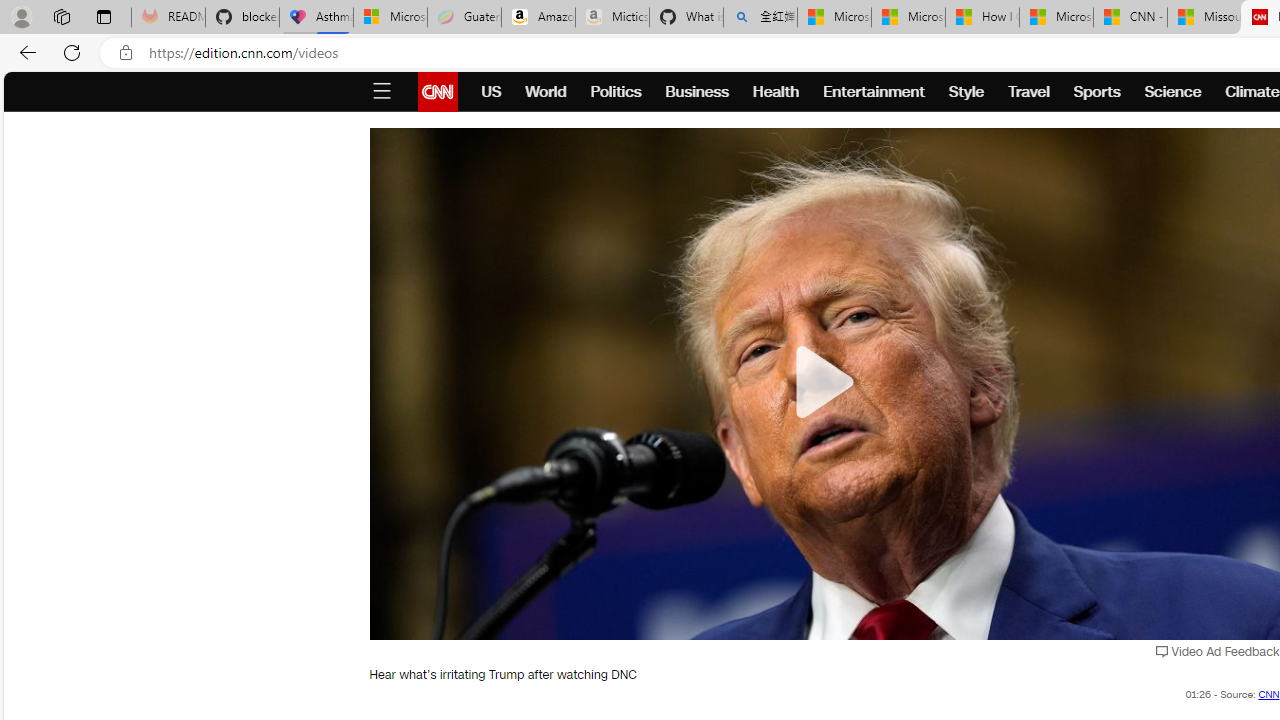  Describe the element at coordinates (775, 92) in the screenshot. I see `'Health'` at that location.